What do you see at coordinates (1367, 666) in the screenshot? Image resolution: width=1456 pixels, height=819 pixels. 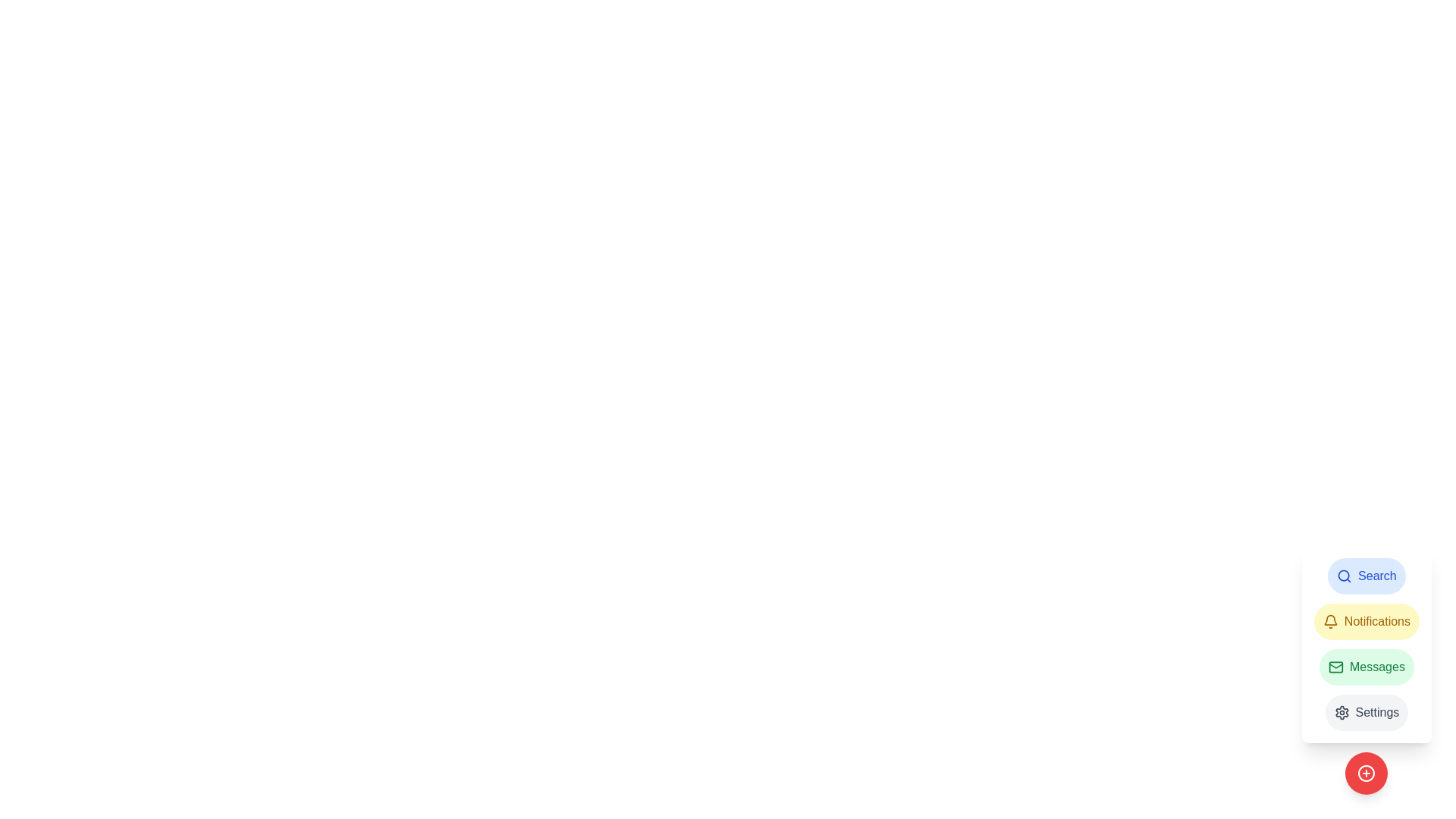 I see `the 'Messages' button, which has a rounded rectangular shape with a green background and darker green text, and is located third from the top` at bounding box center [1367, 666].